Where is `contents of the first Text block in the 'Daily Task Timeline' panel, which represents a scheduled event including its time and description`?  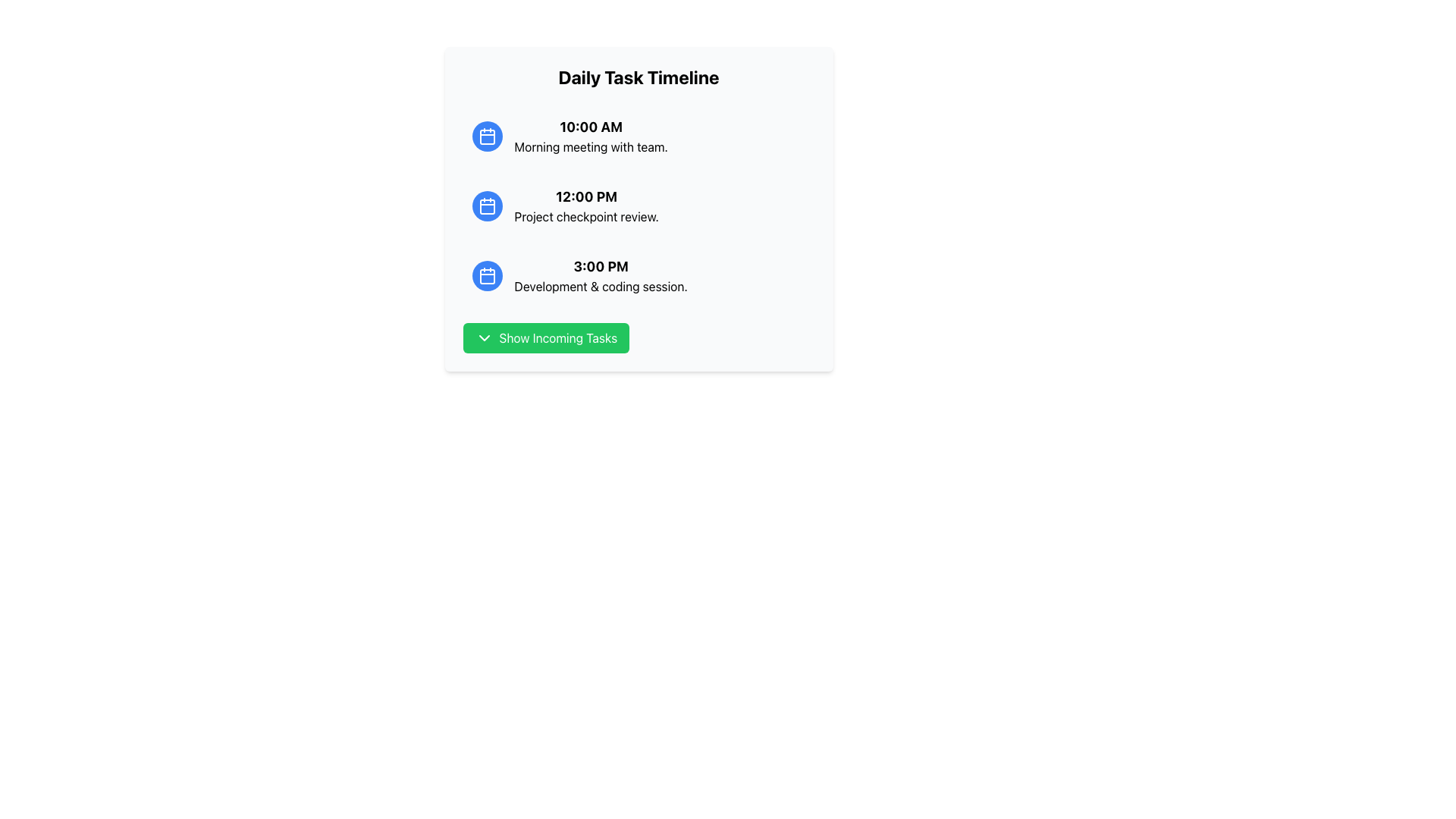
contents of the first Text block in the 'Daily Task Timeline' panel, which represents a scheduled event including its time and description is located at coordinates (590, 136).